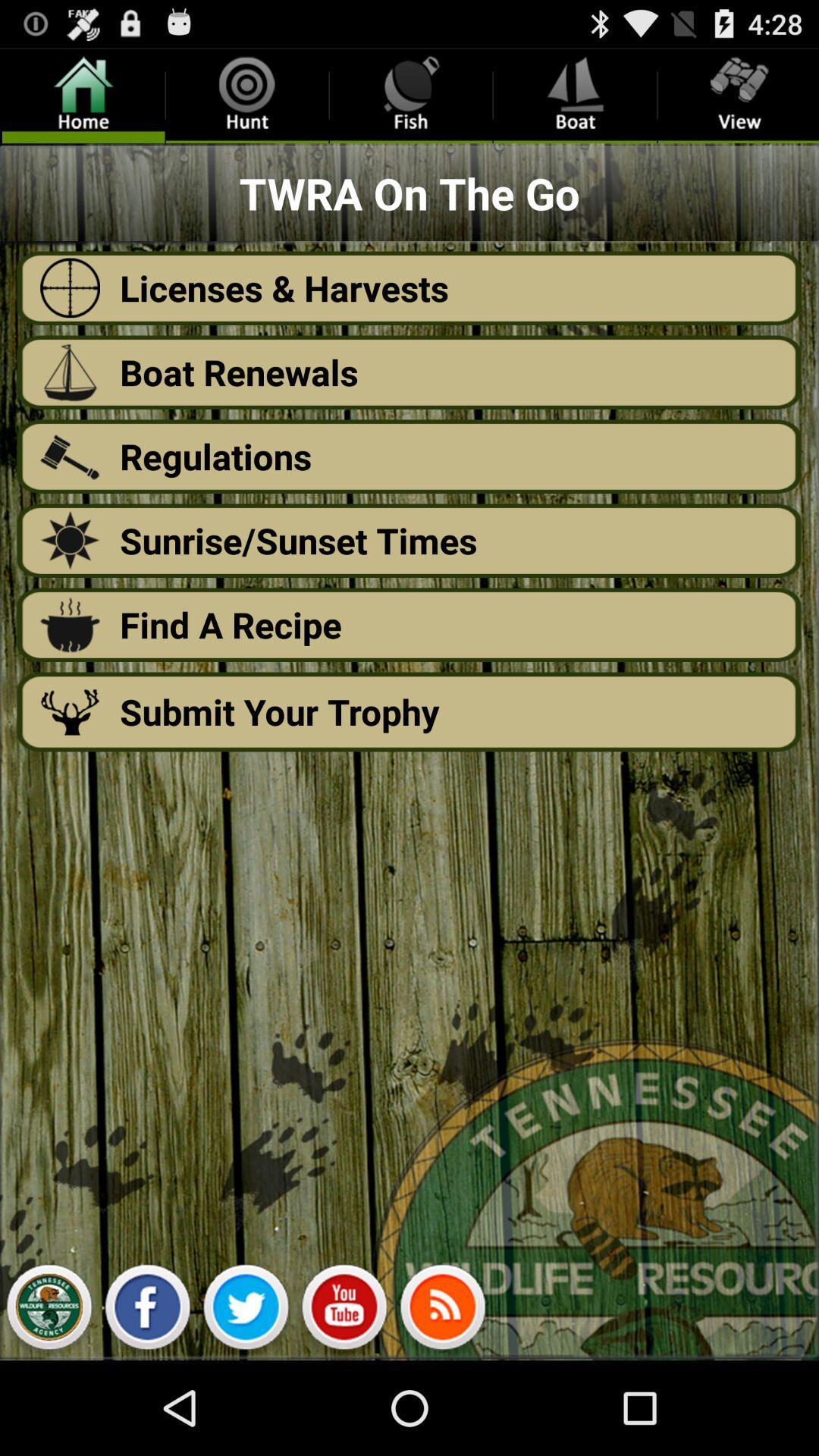 Image resolution: width=819 pixels, height=1456 pixels. I want to click on wifi button, so click(442, 1310).